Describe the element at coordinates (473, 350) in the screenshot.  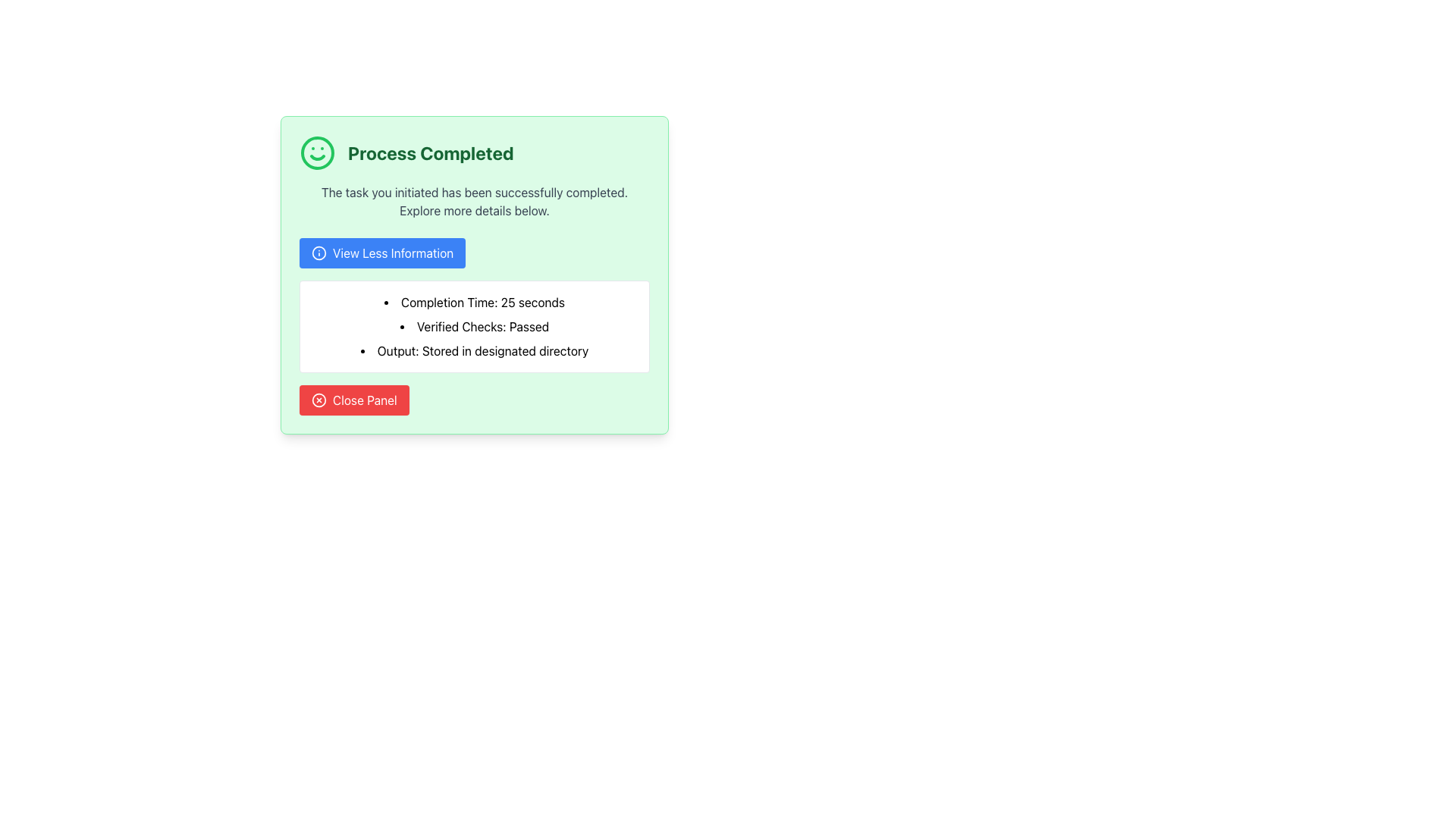
I see `the text element displaying 'Output: Stored in designated directory', which is the last item in the bullet point list under the 'Process Completed' section` at that location.